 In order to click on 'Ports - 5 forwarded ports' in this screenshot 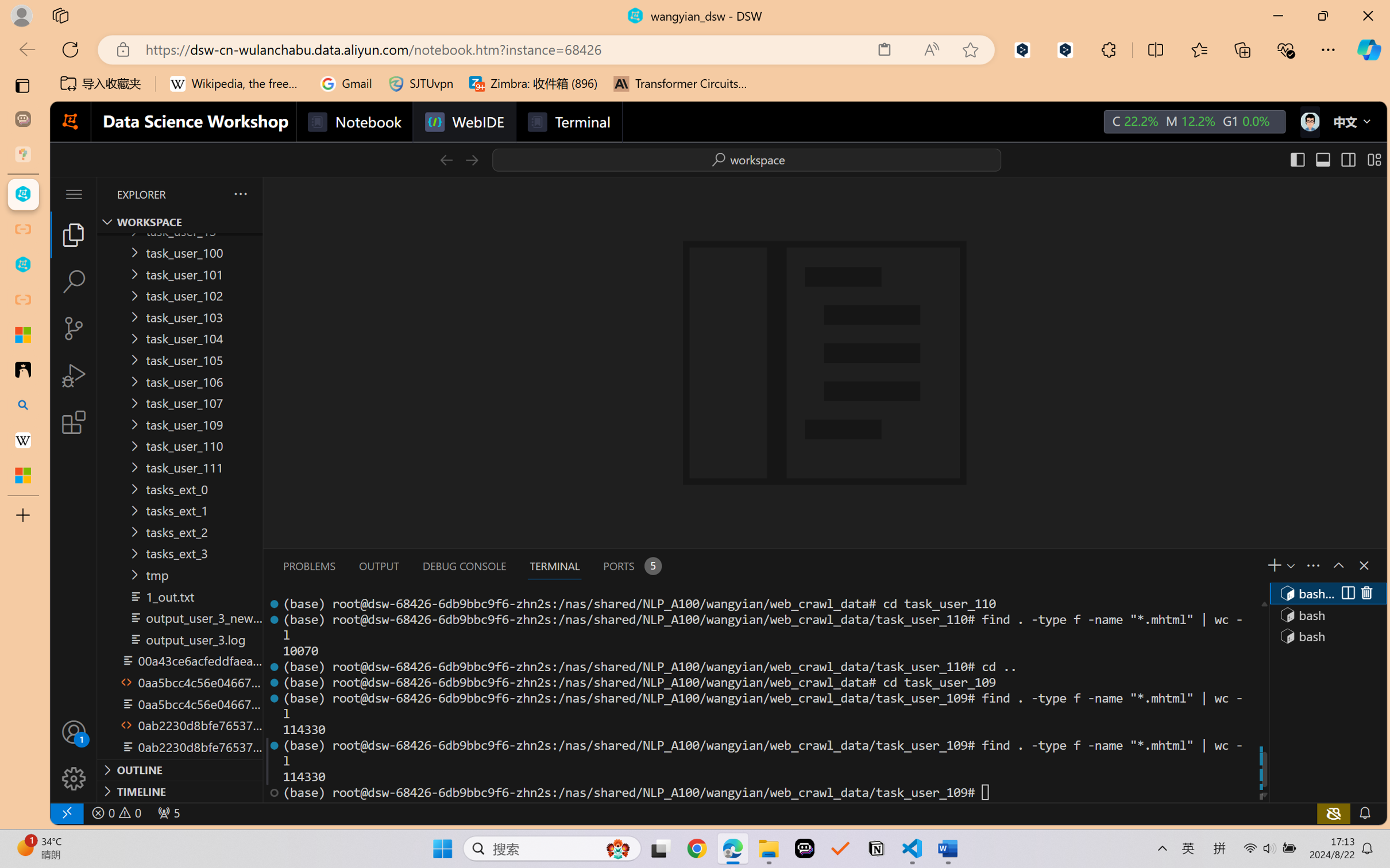, I will do `click(631, 566)`.